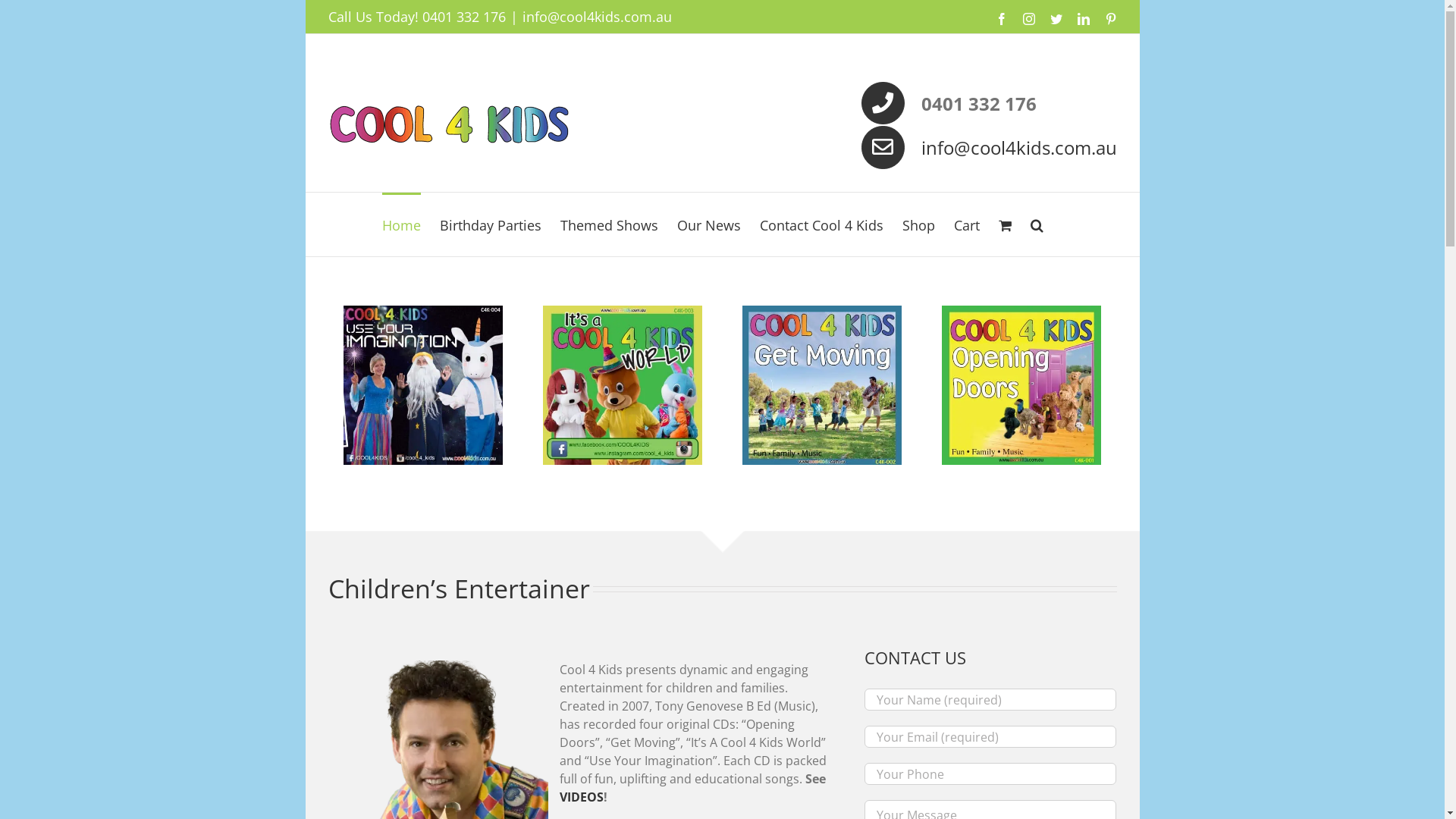 This screenshot has height=819, width=1456. What do you see at coordinates (708, 224) in the screenshot?
I see `'Our News'` at bounding box center [708, 224].